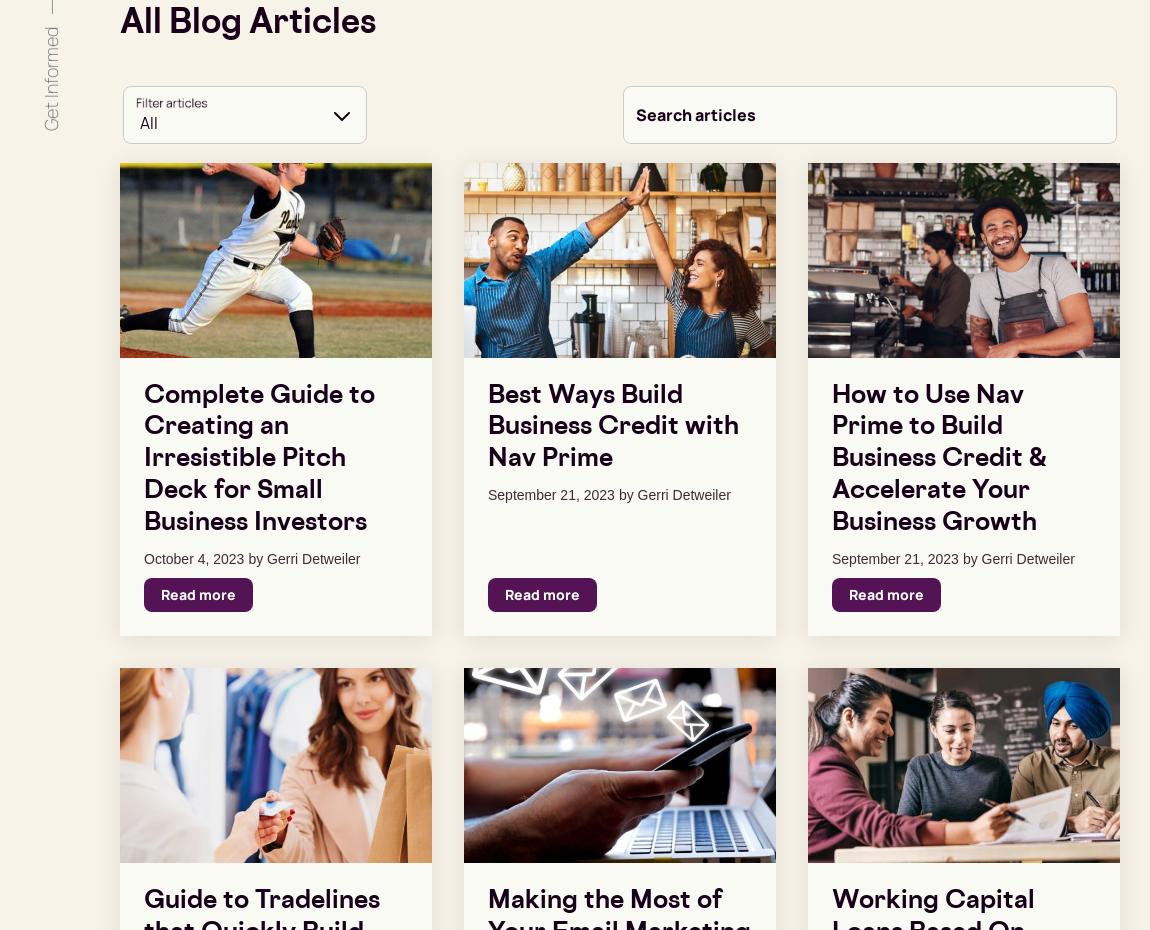 This screenshot has height=930, width=1150. What do you see at coordinates (258, 459) in the screenshot?
I see `'Complete Guide to Creating an Irresistible Pitch Deck for Small Business Investors'` at bounding box center [258, 459].